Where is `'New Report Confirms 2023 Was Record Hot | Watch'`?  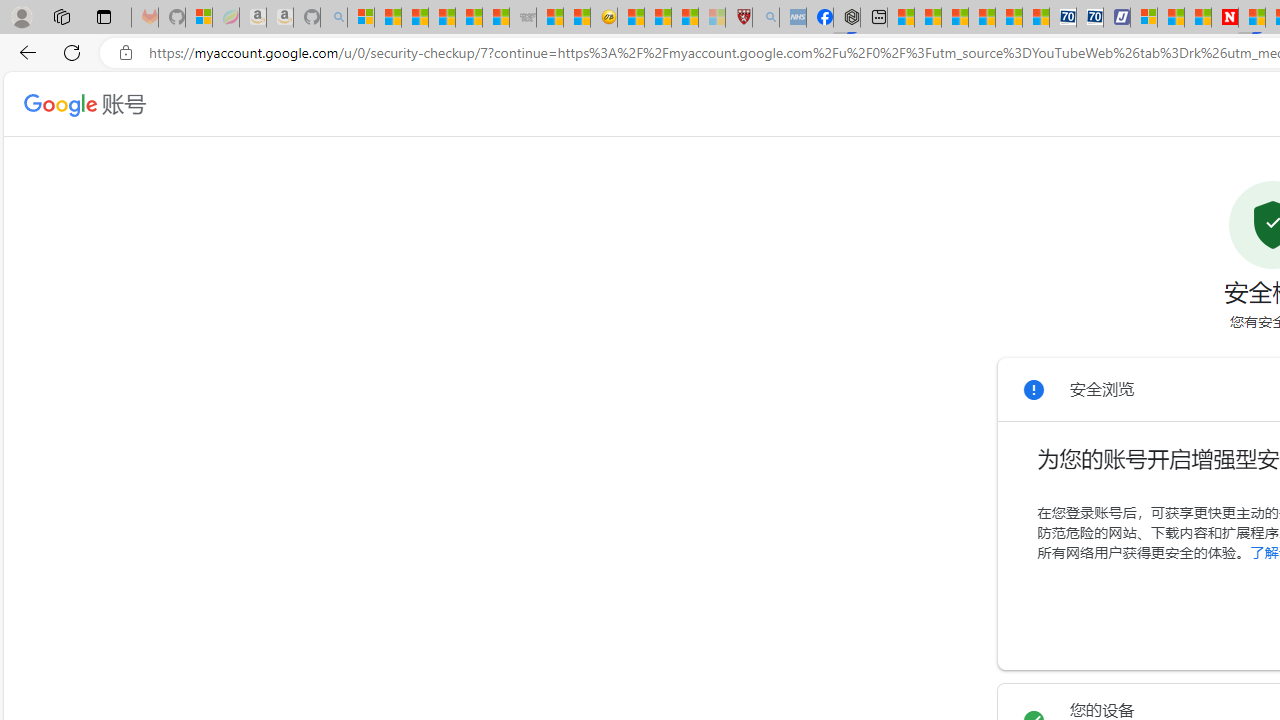 'New Report Confirms 2023 Was Record Hot | Watch' is located at coordinates (468, 17).